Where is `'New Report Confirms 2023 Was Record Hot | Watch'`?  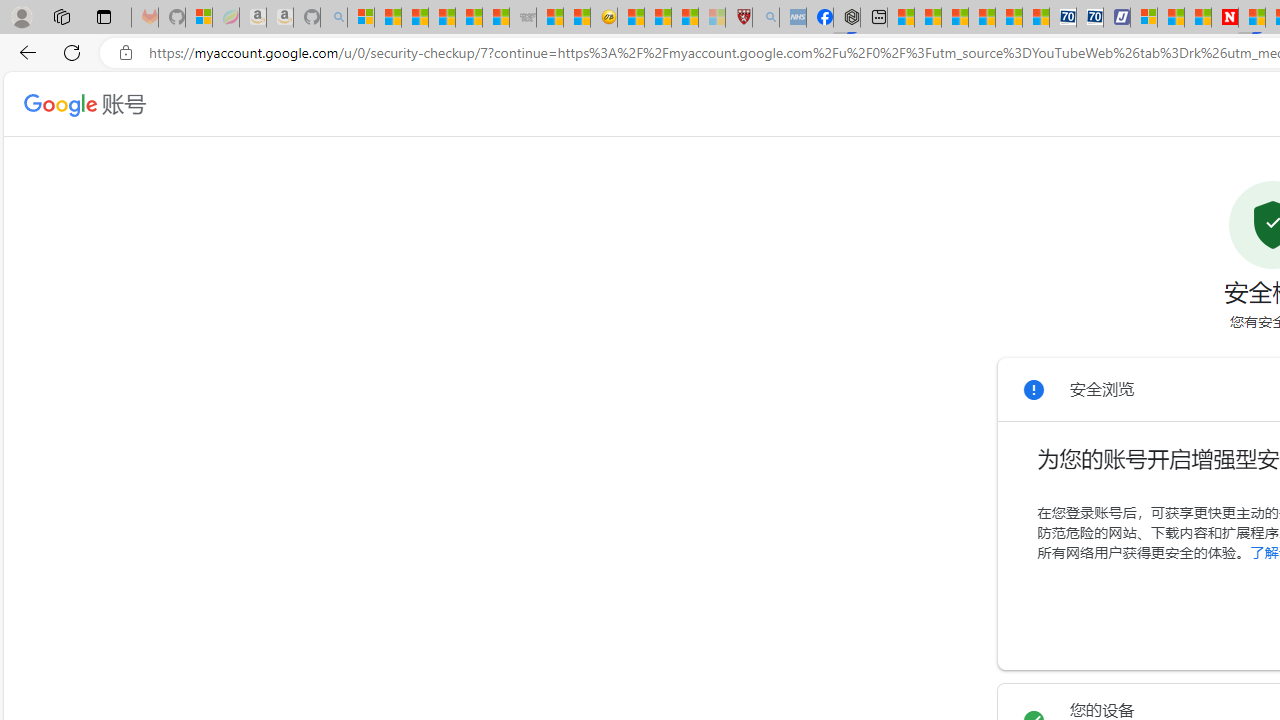 'New Report Confirms 2023 Was Record Hot | Watch' is located at coordinates (468, 17).